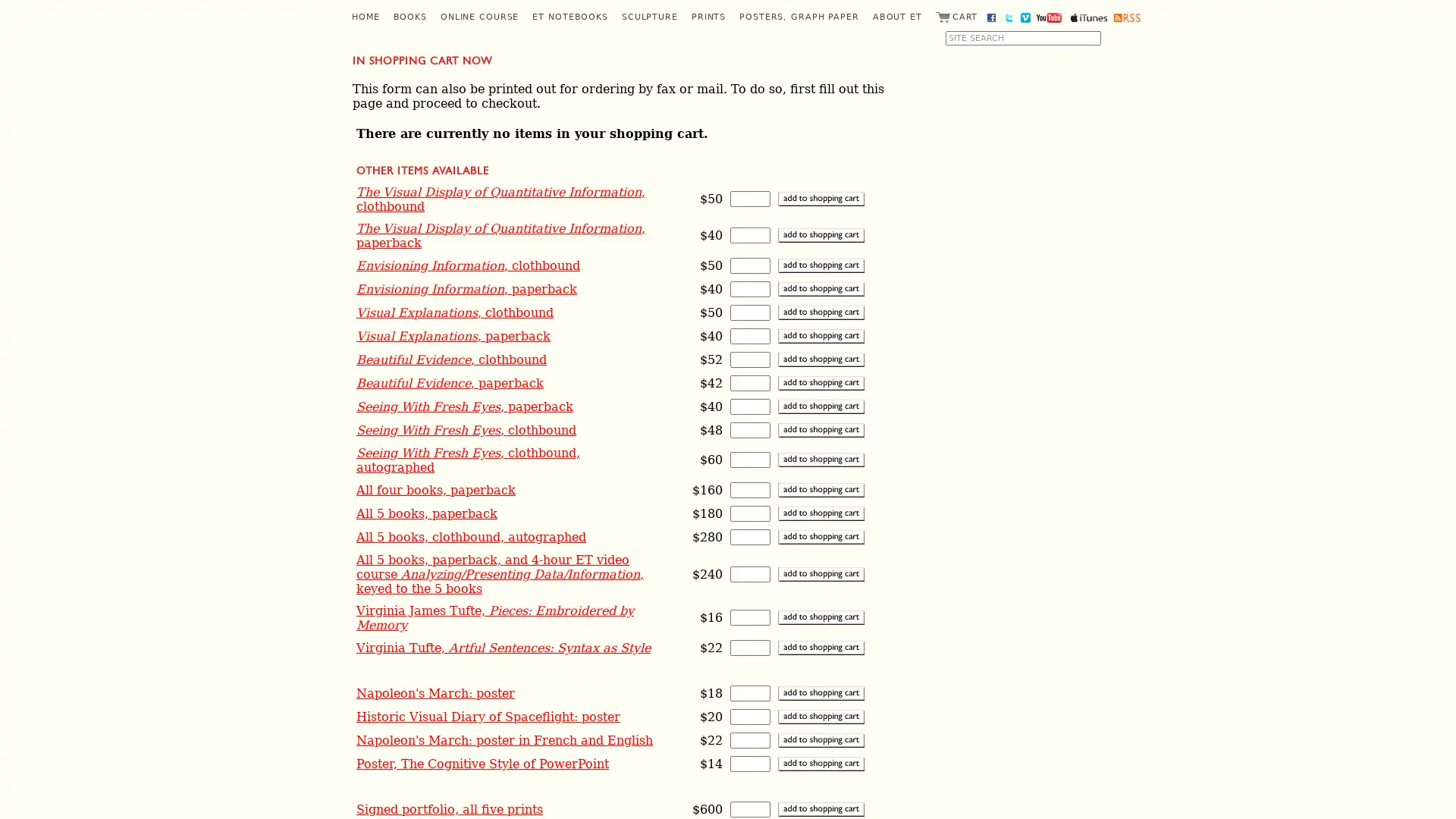 The width and height of the screenshot is (1456, 819). Describe the element at coordinates (821, 573) in the screenshot. I see `add to shopping cart` at that location.